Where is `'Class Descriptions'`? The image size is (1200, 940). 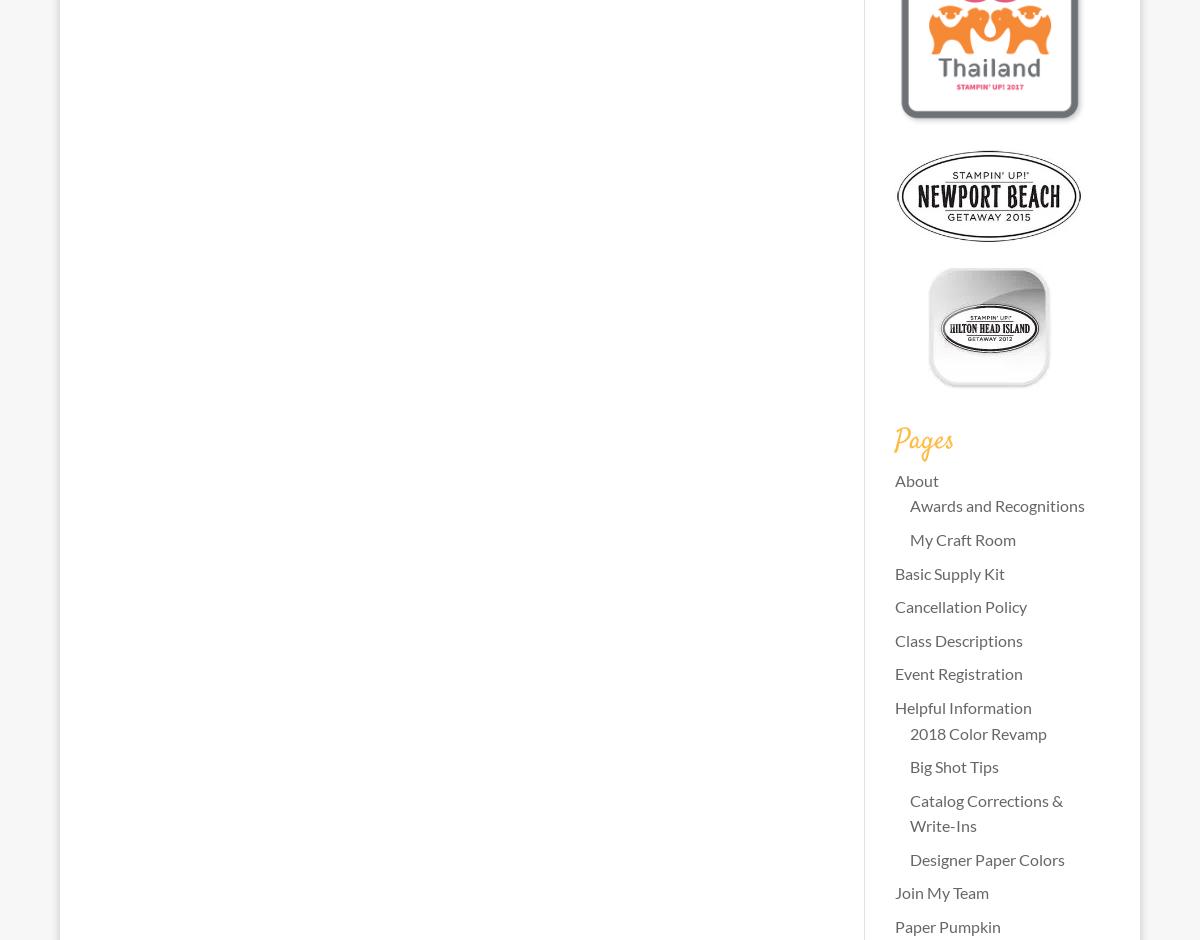
'Class Descriptions' is located at coordinates (957, 639).